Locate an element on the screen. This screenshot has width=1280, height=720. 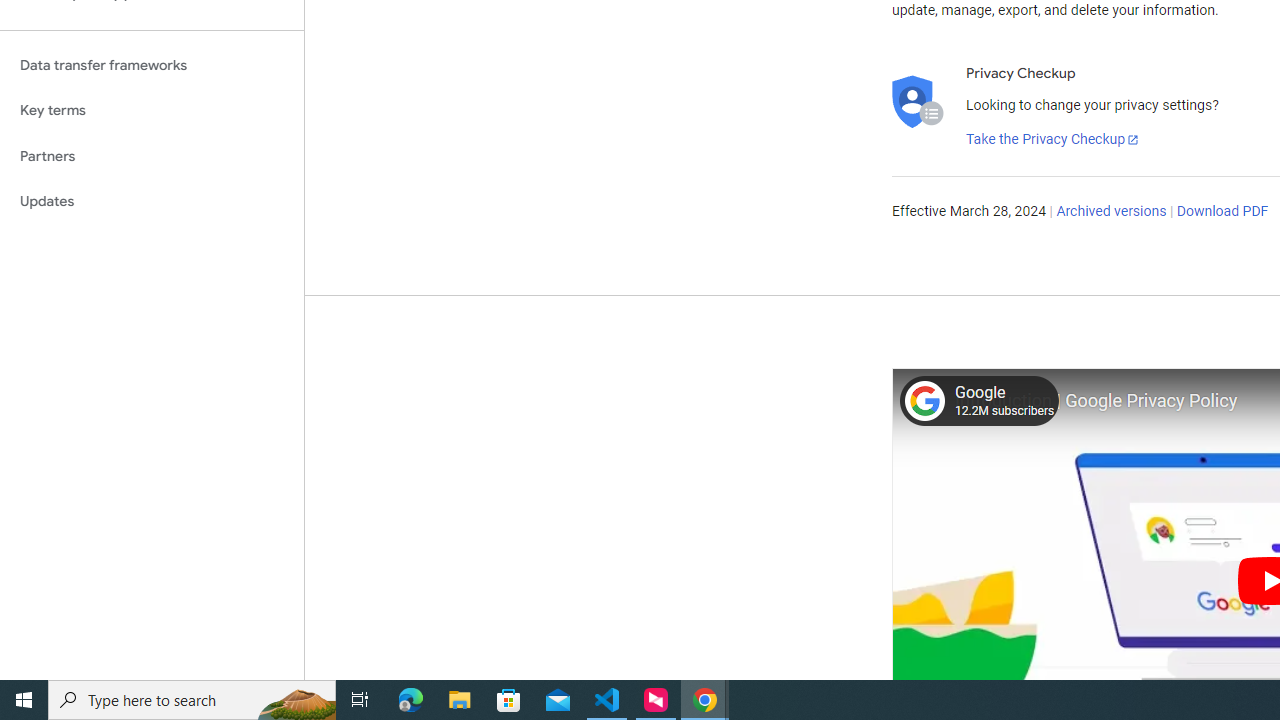
'Data transfer frameworks' is located at coordinates (151, 64).